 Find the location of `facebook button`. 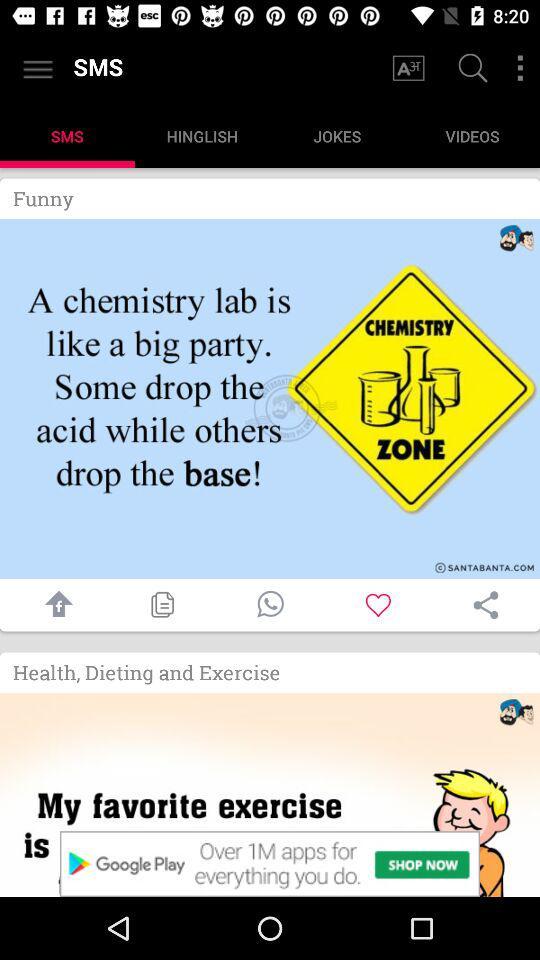

facebook button is located at coordinates (54, 604).